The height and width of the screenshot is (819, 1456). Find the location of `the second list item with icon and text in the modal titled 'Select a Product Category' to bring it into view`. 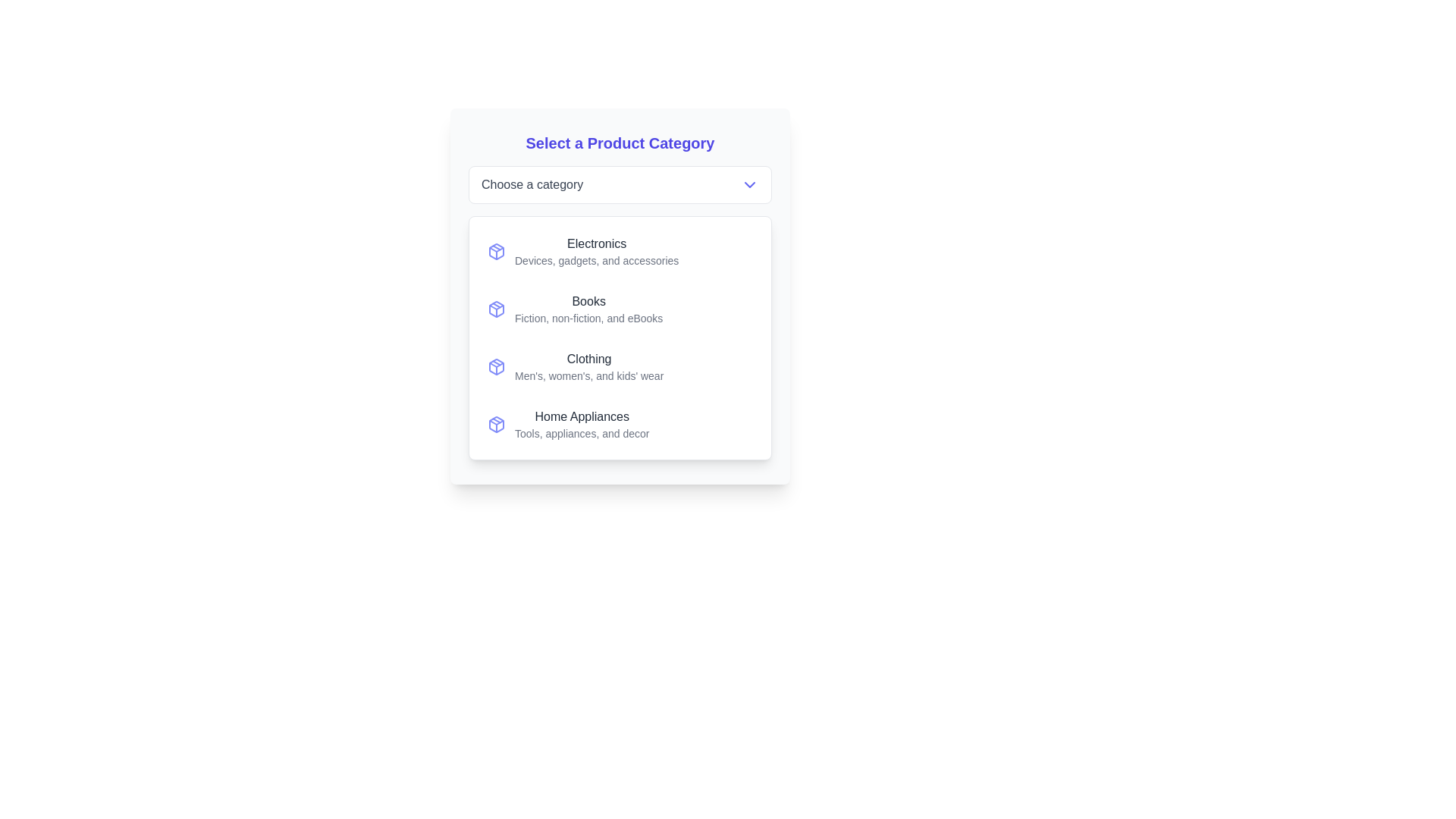

the second list item with icon and text in the modal titled 'Select a Product Category' to bring it into view is located at coordinates (574, 309).